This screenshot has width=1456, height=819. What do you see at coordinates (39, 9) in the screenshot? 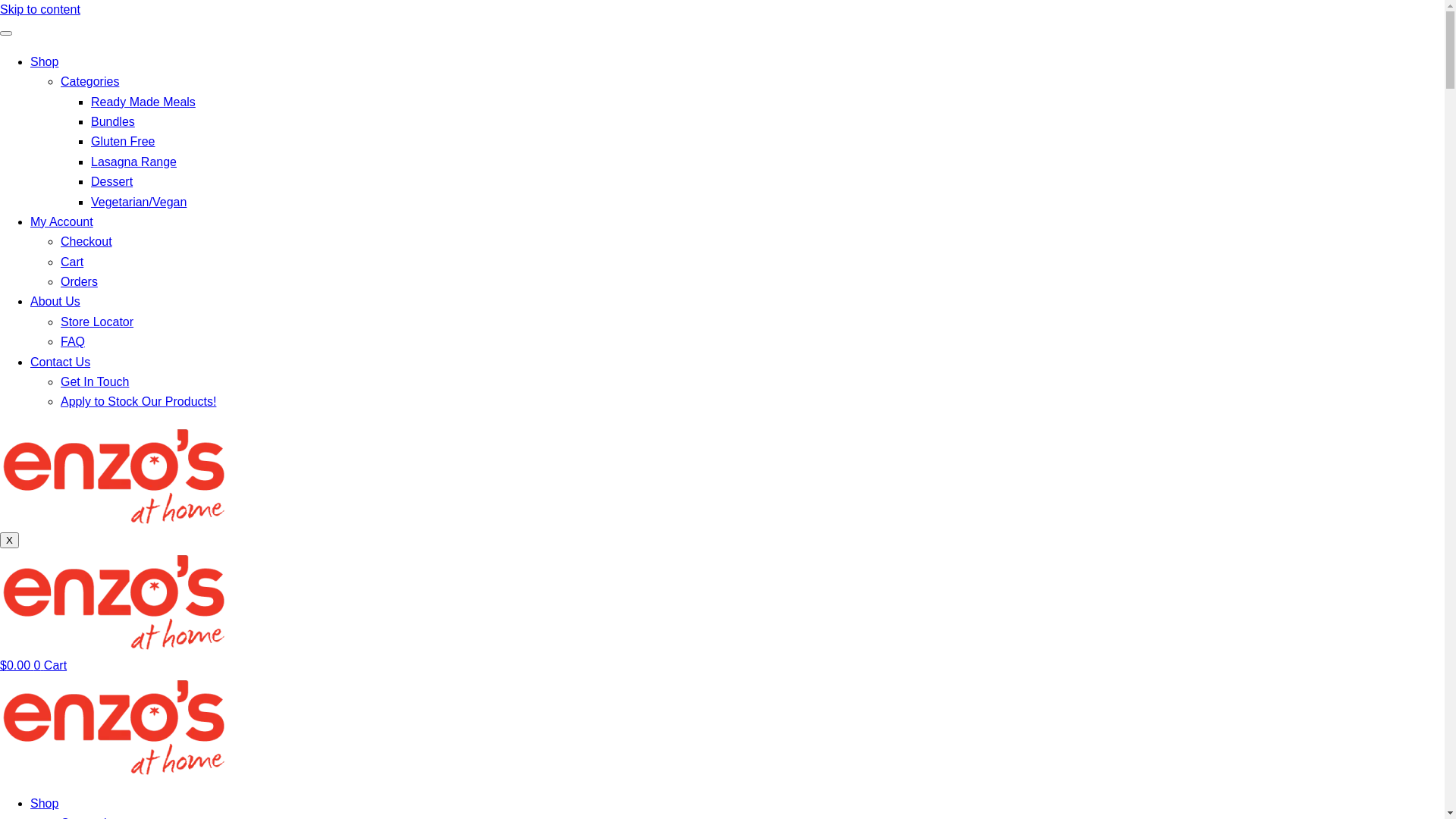
I see `'Skip to content'` at bounding box center [39, 9].